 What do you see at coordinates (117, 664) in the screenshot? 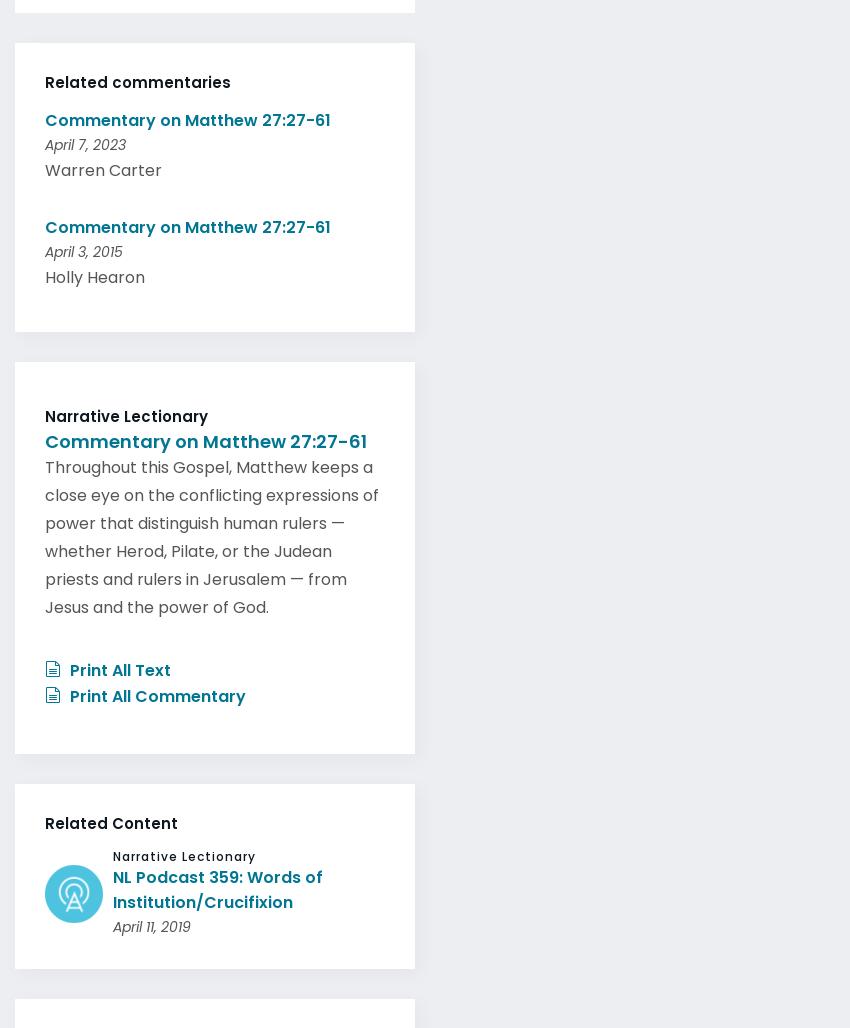
I see `'Print All Text'` at bounding box center [117, 664].